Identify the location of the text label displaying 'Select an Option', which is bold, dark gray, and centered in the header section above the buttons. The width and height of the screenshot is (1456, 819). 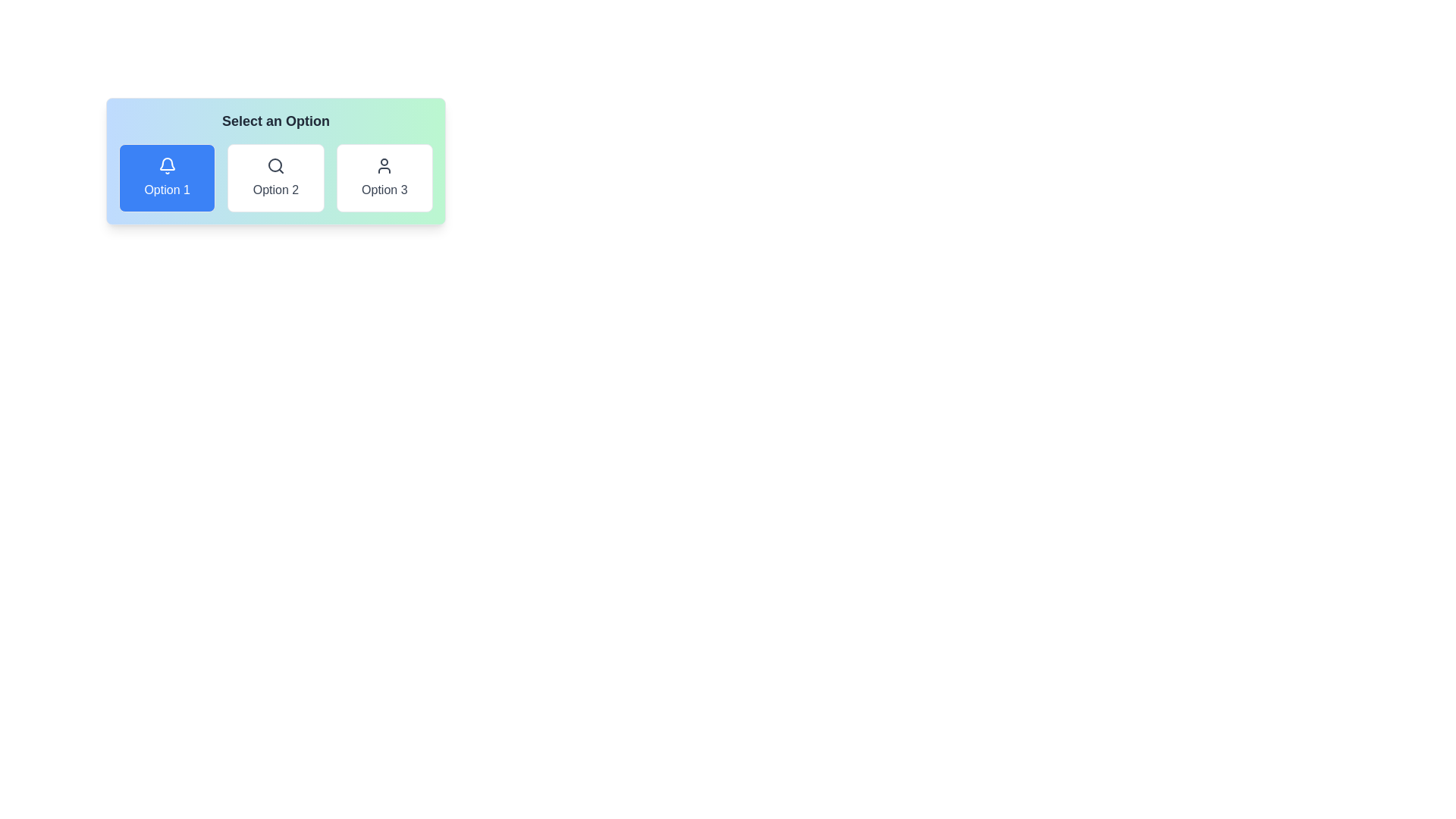
(276, 120).